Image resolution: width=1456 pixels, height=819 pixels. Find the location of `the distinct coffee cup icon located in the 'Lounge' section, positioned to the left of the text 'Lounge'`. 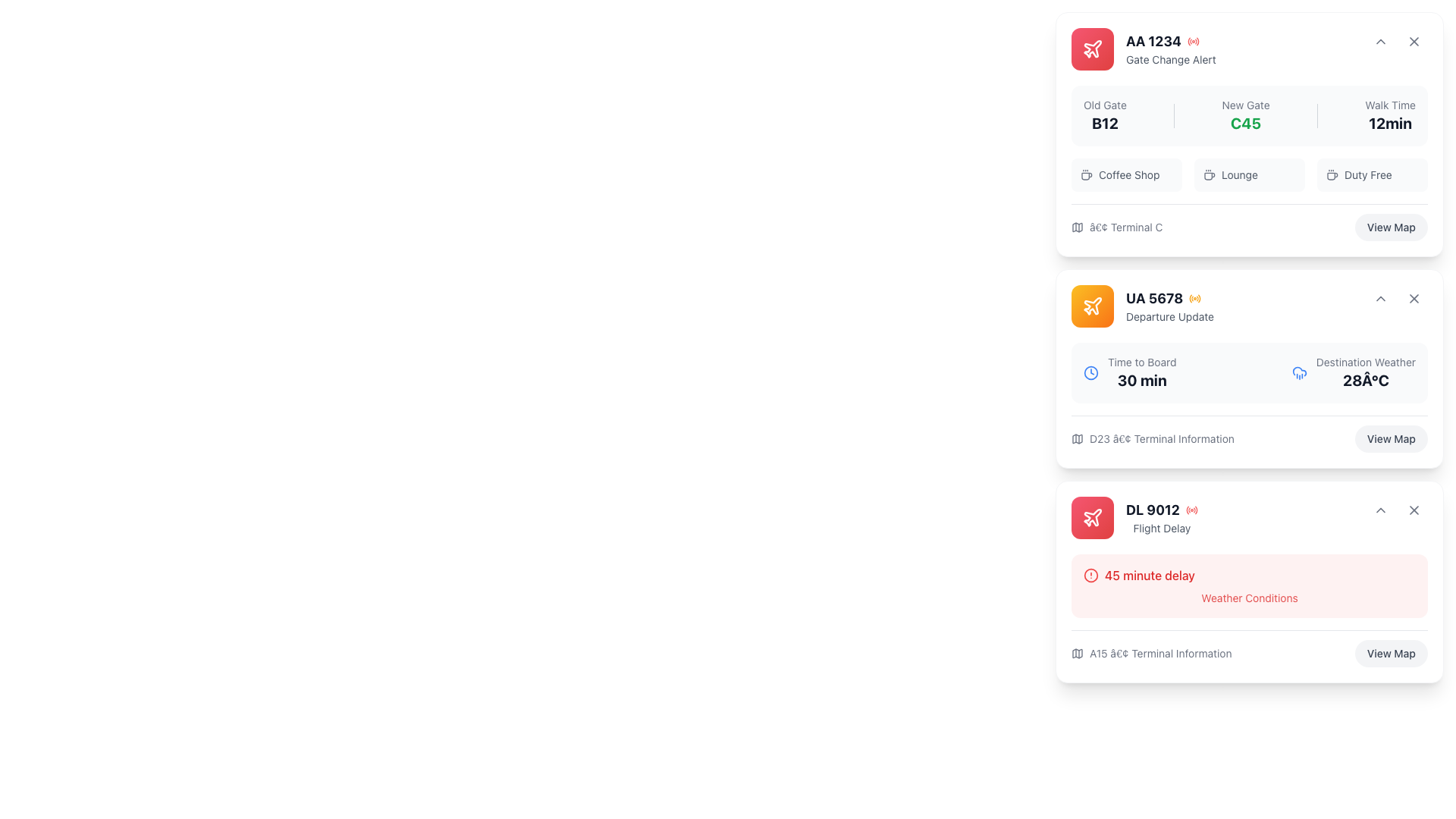

the distinct coffee cup icon located in the 'Lounge' section, positioned to the left of the text 'Lounge' is located at coordinates (1208, 174).